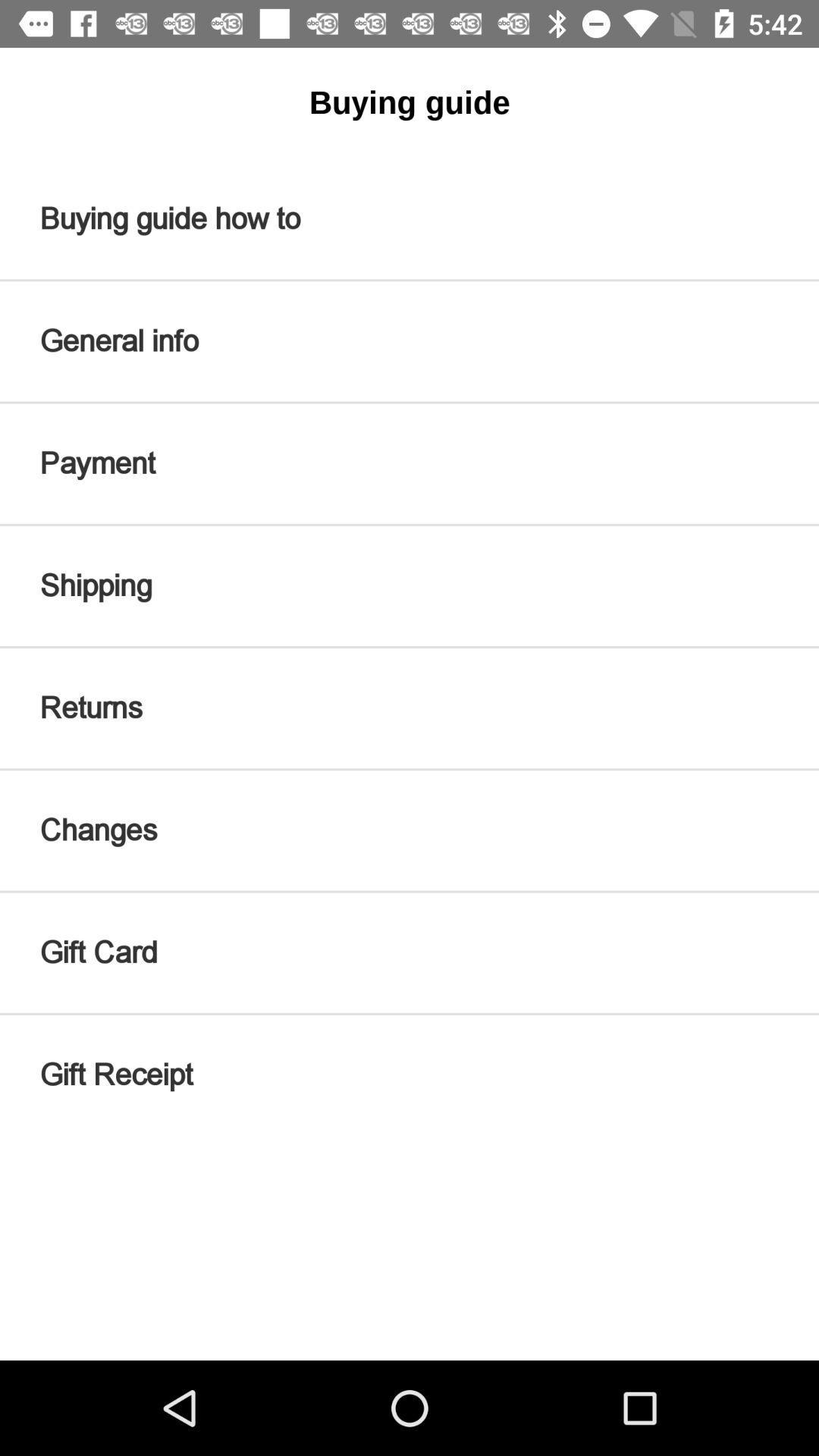 The width and height of the screenshot is (819, 1456). I want to click on the item above returns item, so click(409, 585).